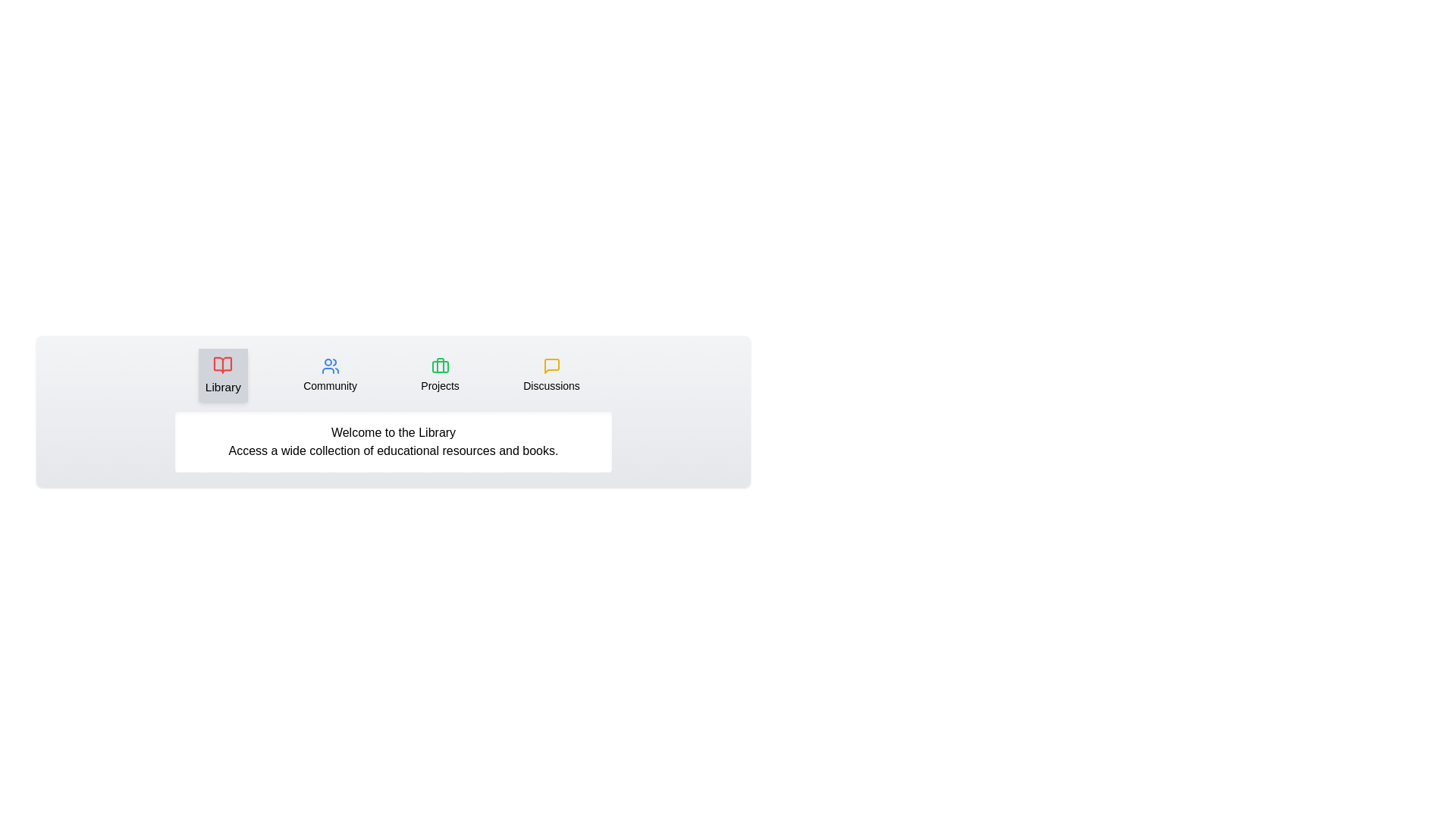 The width and height of the screenshot is (1456, 819). Describe the element at coordinates (551, 366) in the screenshot. I see `the yellow speech bubble icon located` at that location.